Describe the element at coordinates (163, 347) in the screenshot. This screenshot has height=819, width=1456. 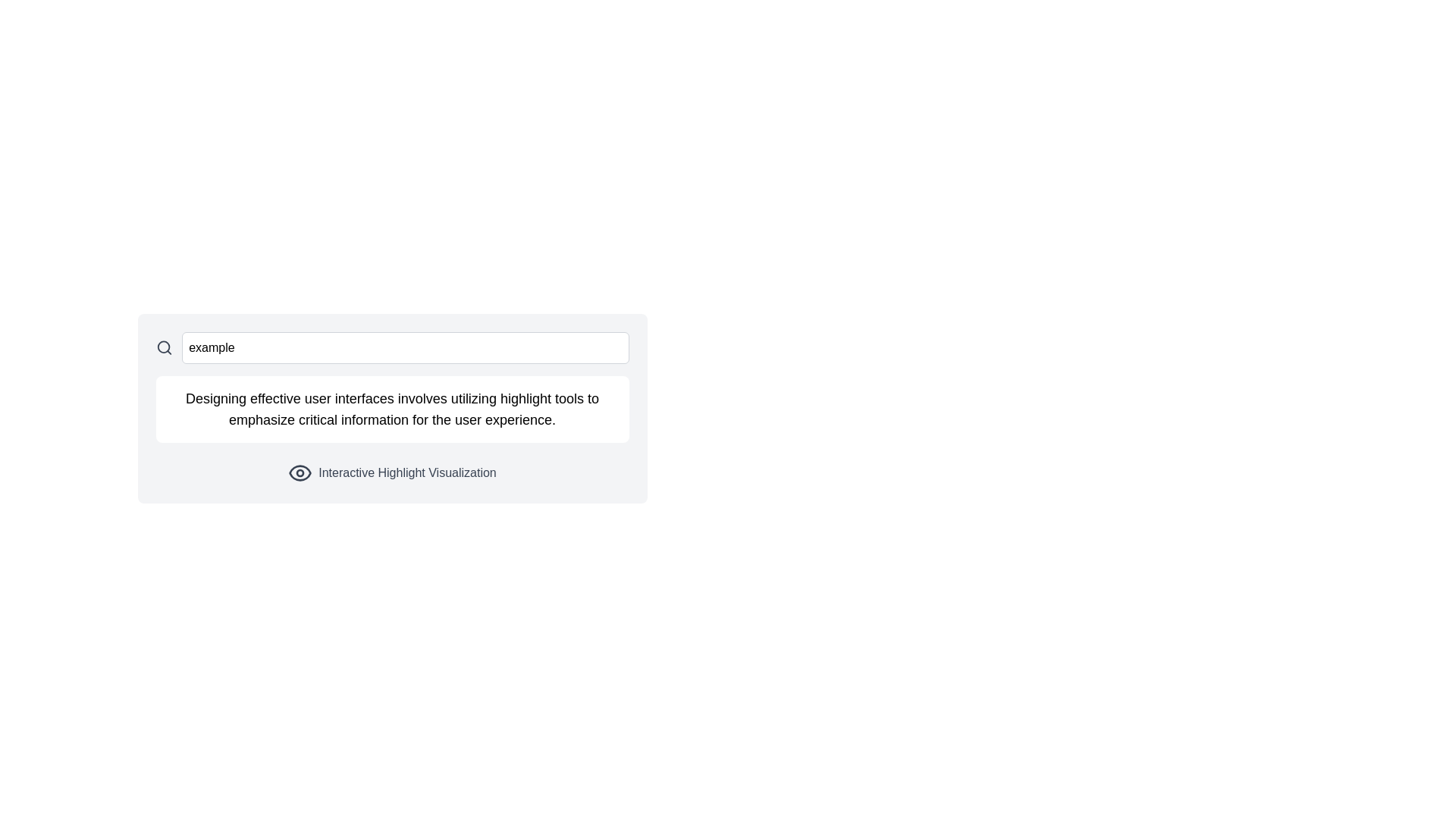
I see `the central circular part of the magnifying glass icon located at the left end of the search input field in the search bar` at that location.